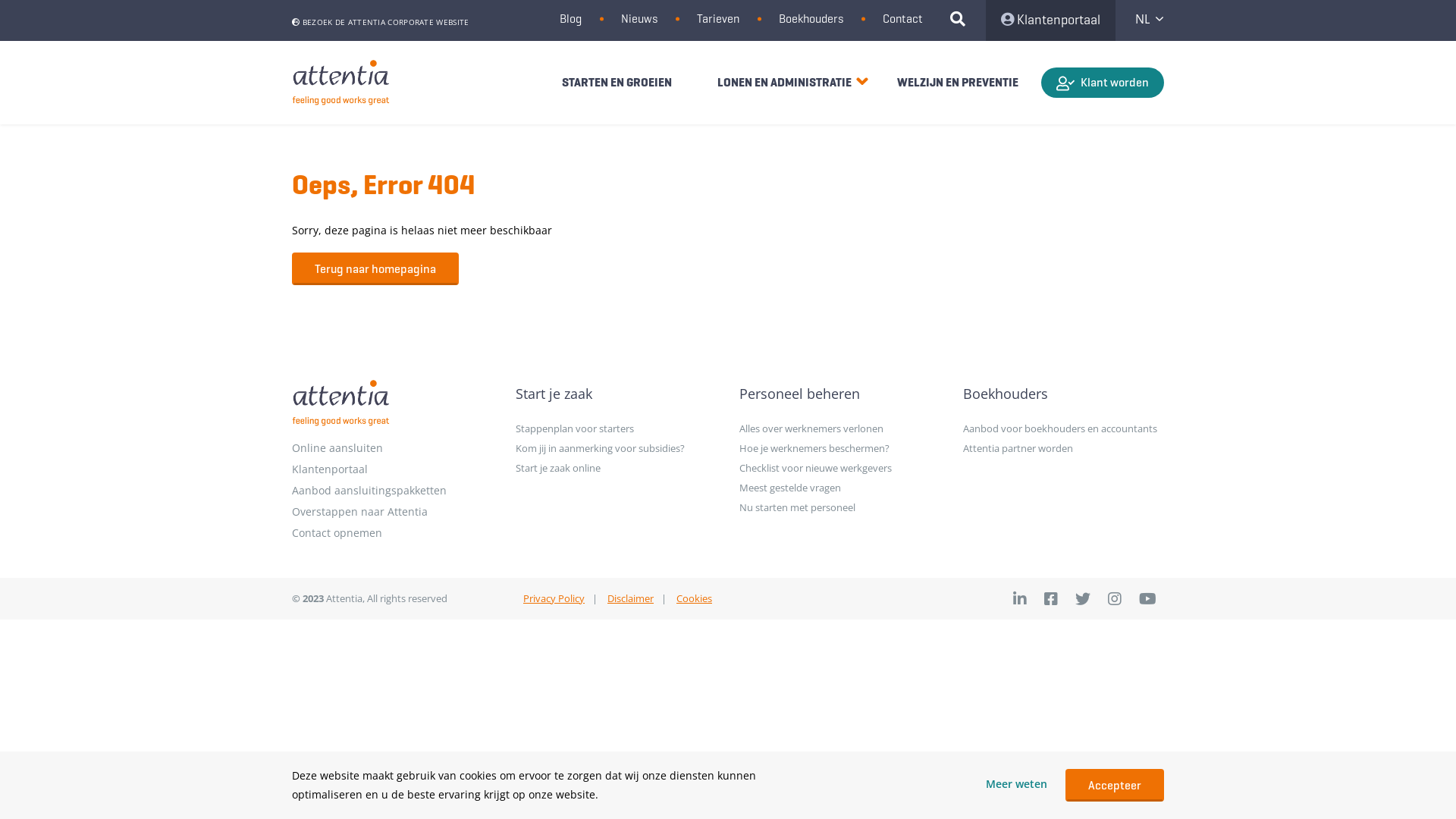  What do you see at coordinates (616, 447) in the screenshot?
I see `'Kom jij in aanmerking voor subsidies?'` at bounding box center [616, 447].